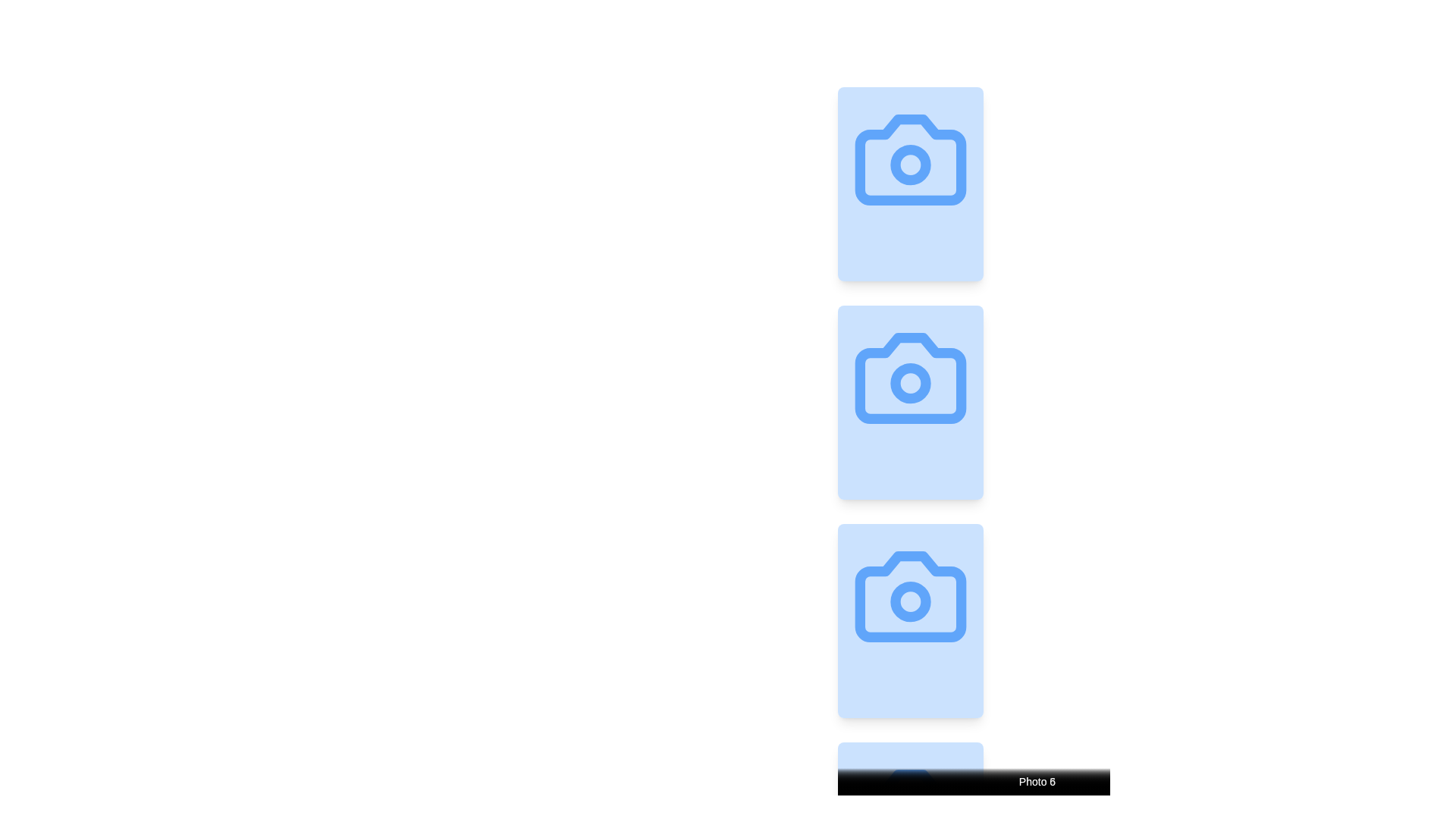 The width and height of the screenshot is (1456, 819). I want to click on the camera icon element, which is the second in a column of three identical camera icons, outlined in blue on a light blue background, so click(910, 377).